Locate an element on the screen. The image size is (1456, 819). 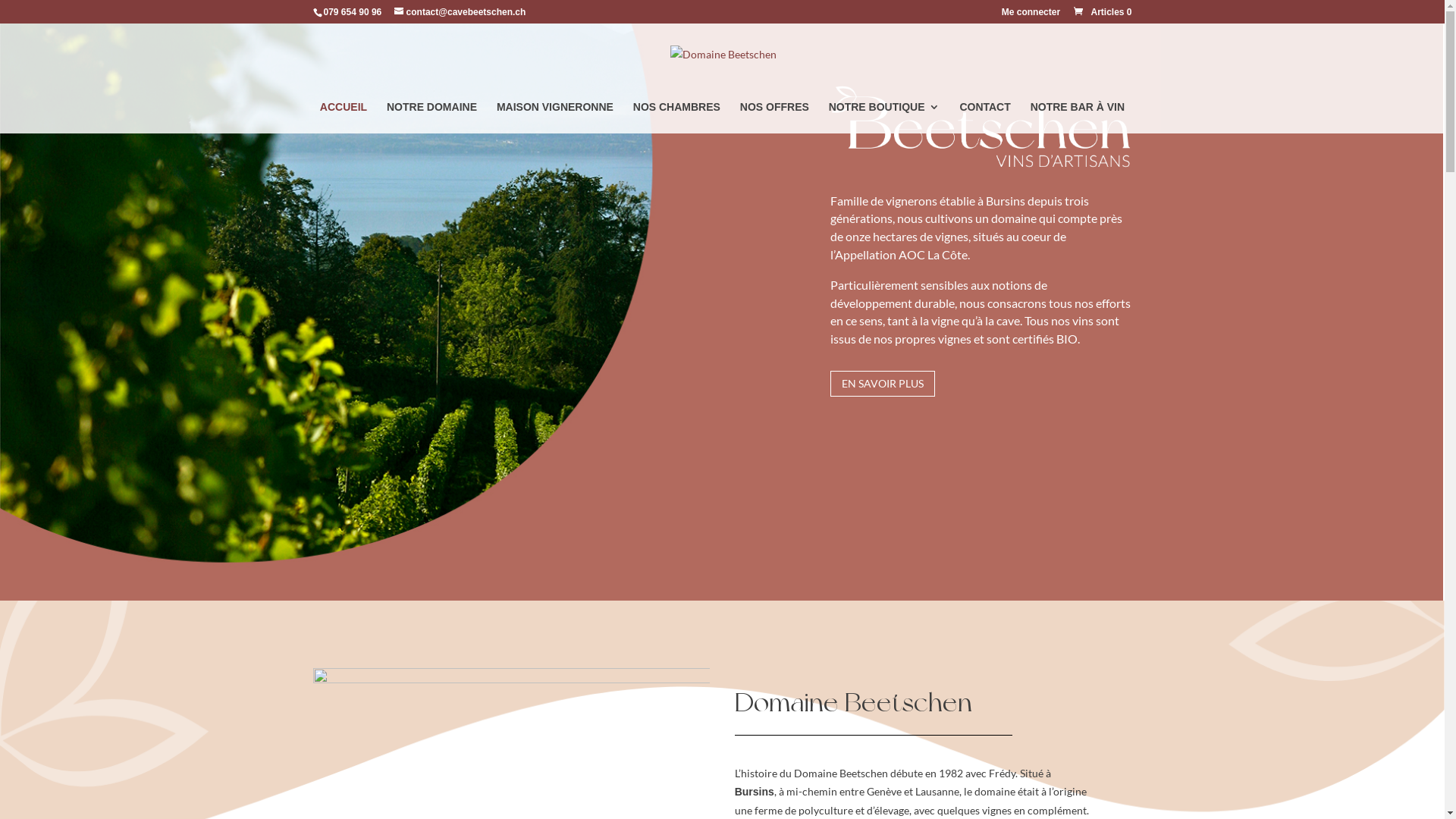
'MAISON VIGNERONNE' is located at coordinates (554, 116).